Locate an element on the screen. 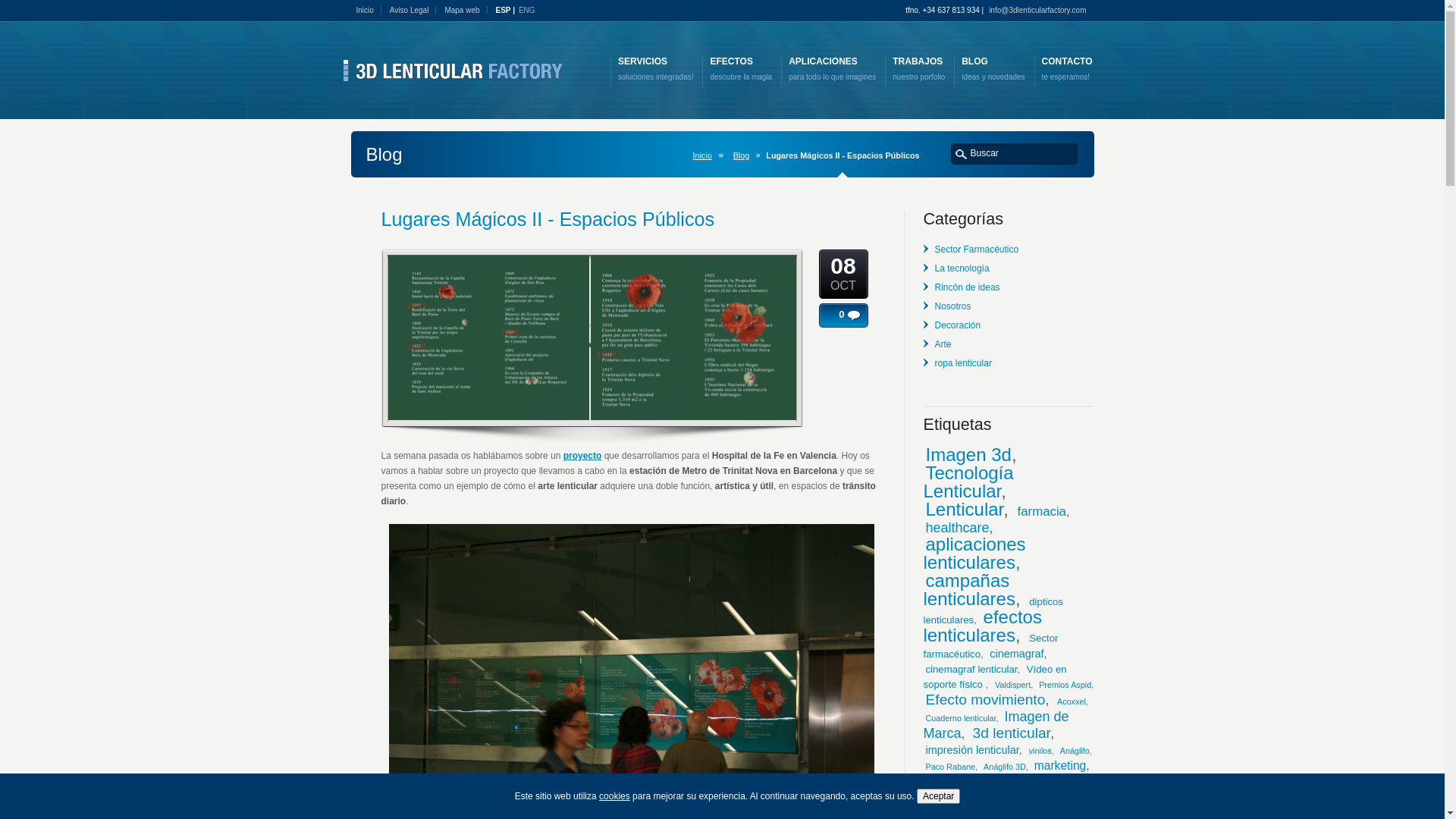 The image size is (1456, 819). 'efectos lenticulares' is located at coordinates (983, 626).